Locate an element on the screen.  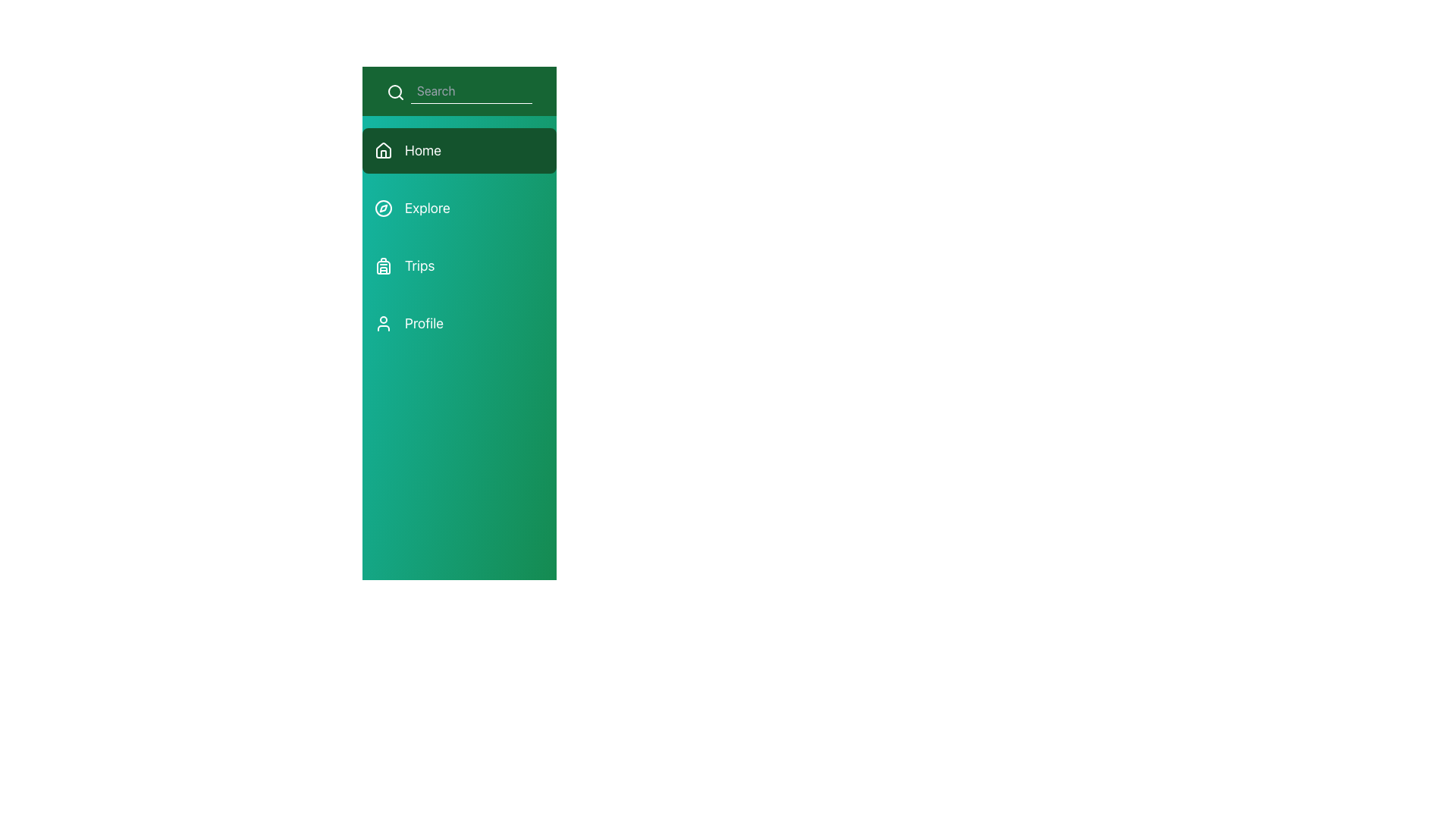
the vector icon resembling a house located is located at coordinates (383, 149).